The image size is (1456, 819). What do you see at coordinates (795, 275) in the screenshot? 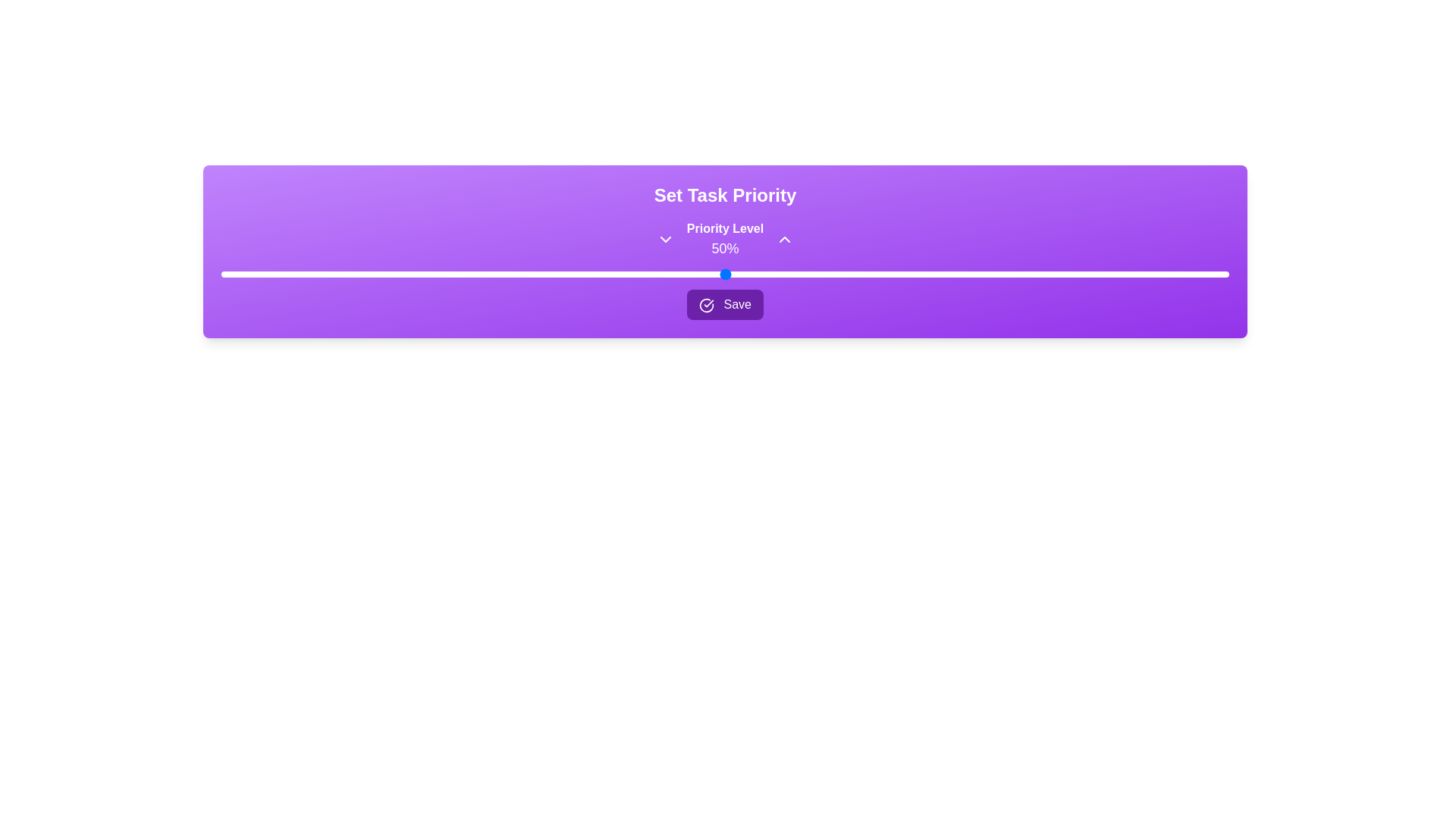
I see `the priority level` at bounding box center [795, 275].